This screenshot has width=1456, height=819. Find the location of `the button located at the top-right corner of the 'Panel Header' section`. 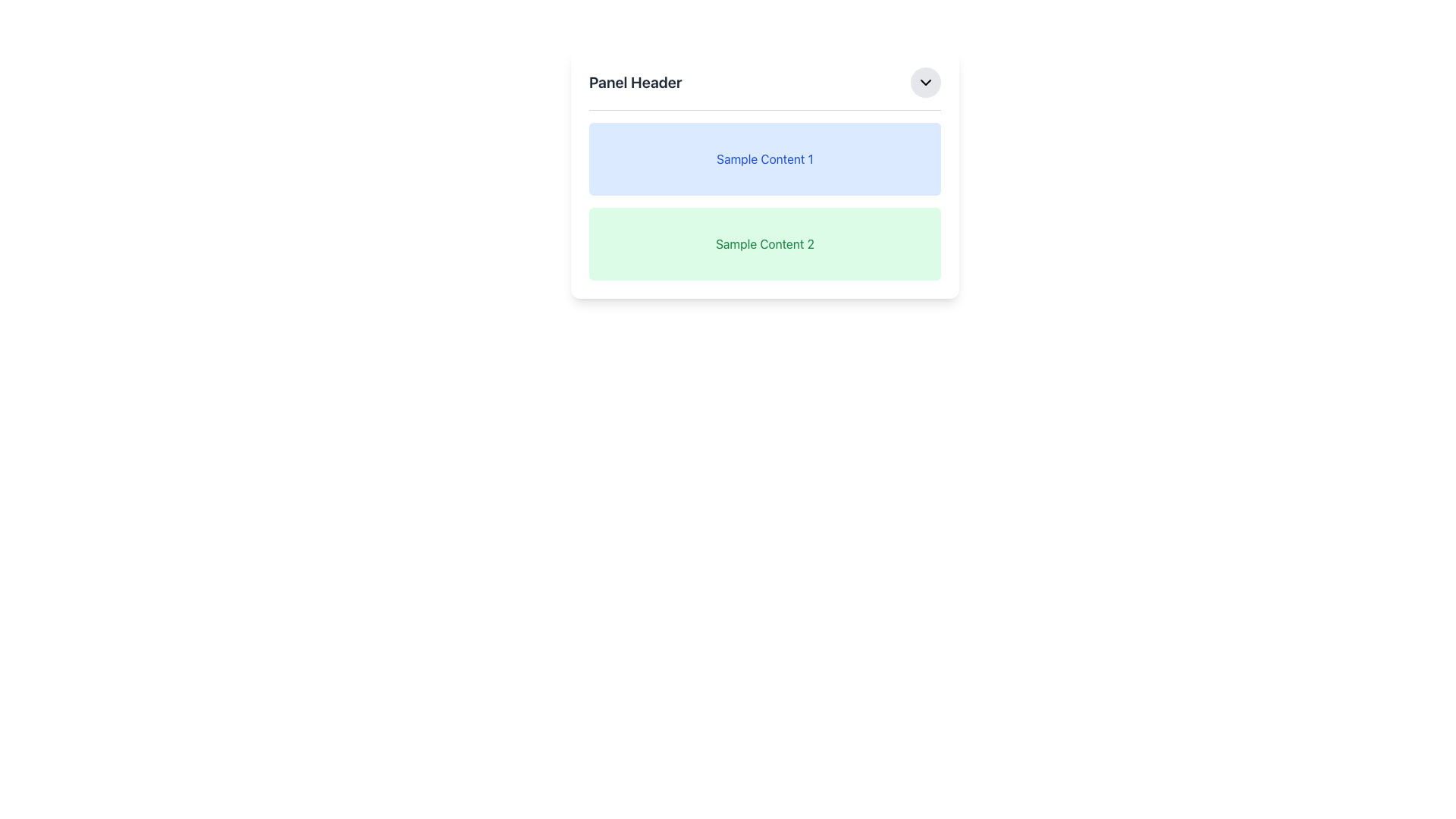

the button located at the top-right corner of the 'Panel Header' section is located at coordinates (924, 82).